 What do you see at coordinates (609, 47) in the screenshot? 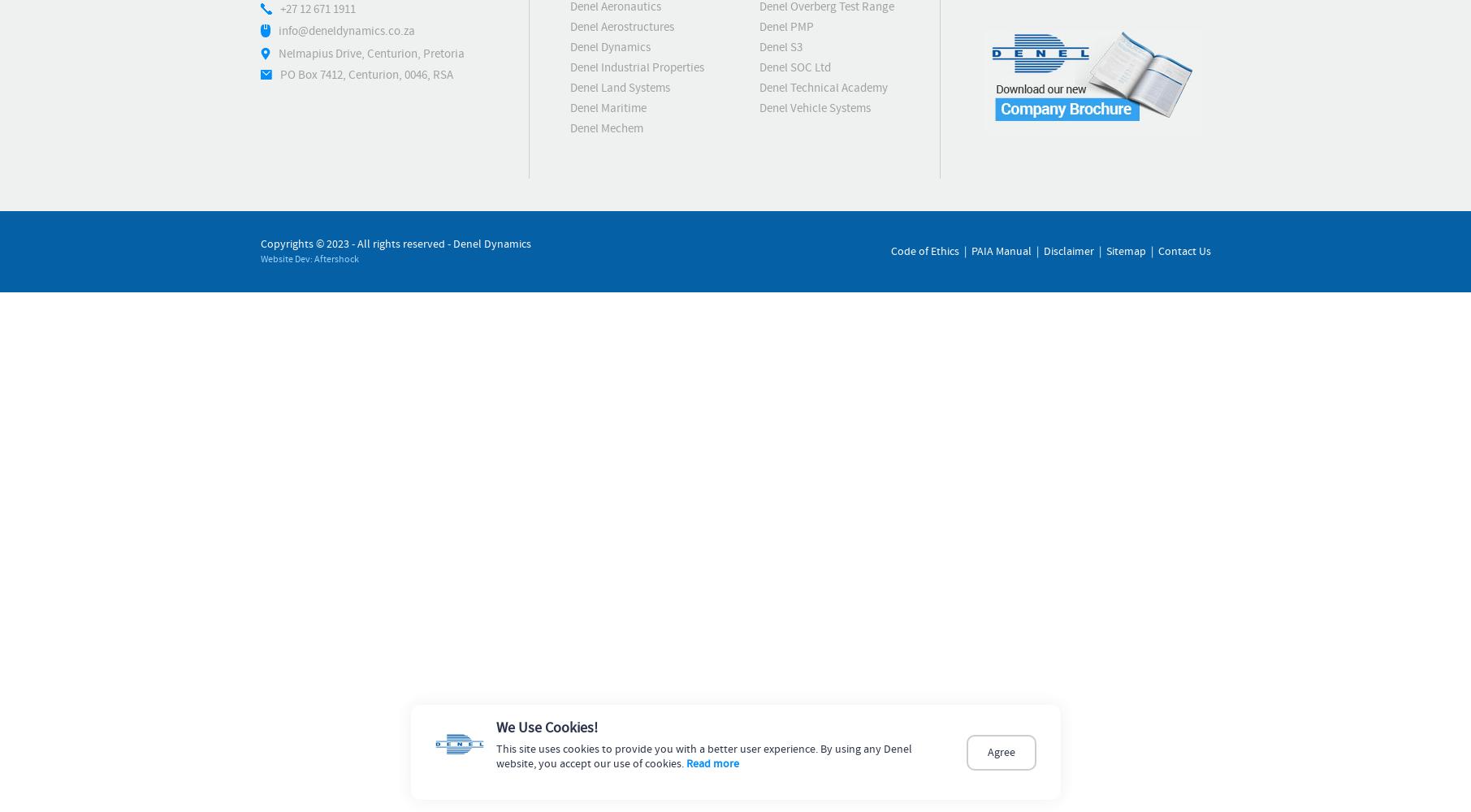
I see `'Denel Dynamics'` at bounding box center [609, 47].